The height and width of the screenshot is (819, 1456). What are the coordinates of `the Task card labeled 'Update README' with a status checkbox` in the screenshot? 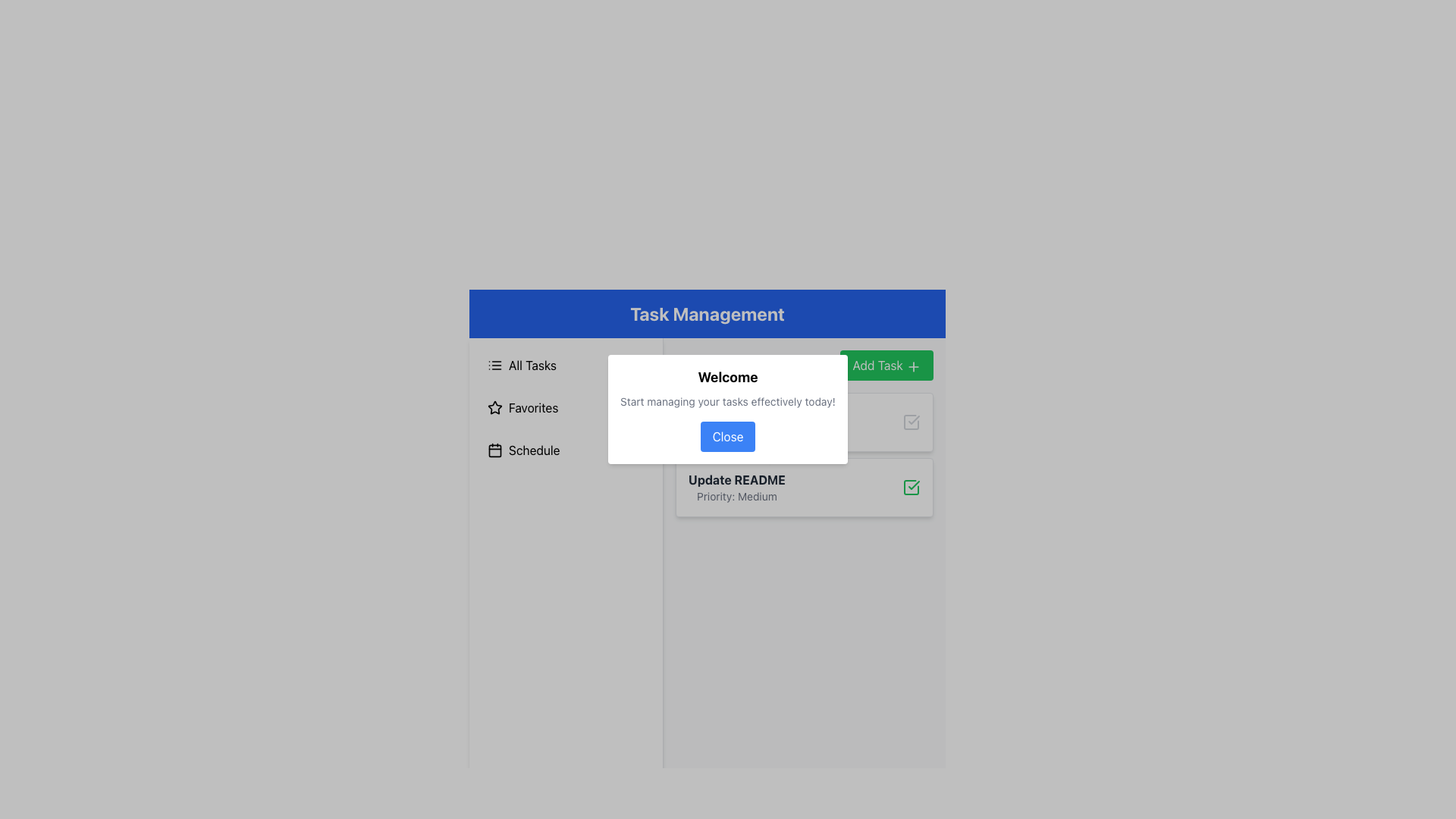 It's located at (803, 488).